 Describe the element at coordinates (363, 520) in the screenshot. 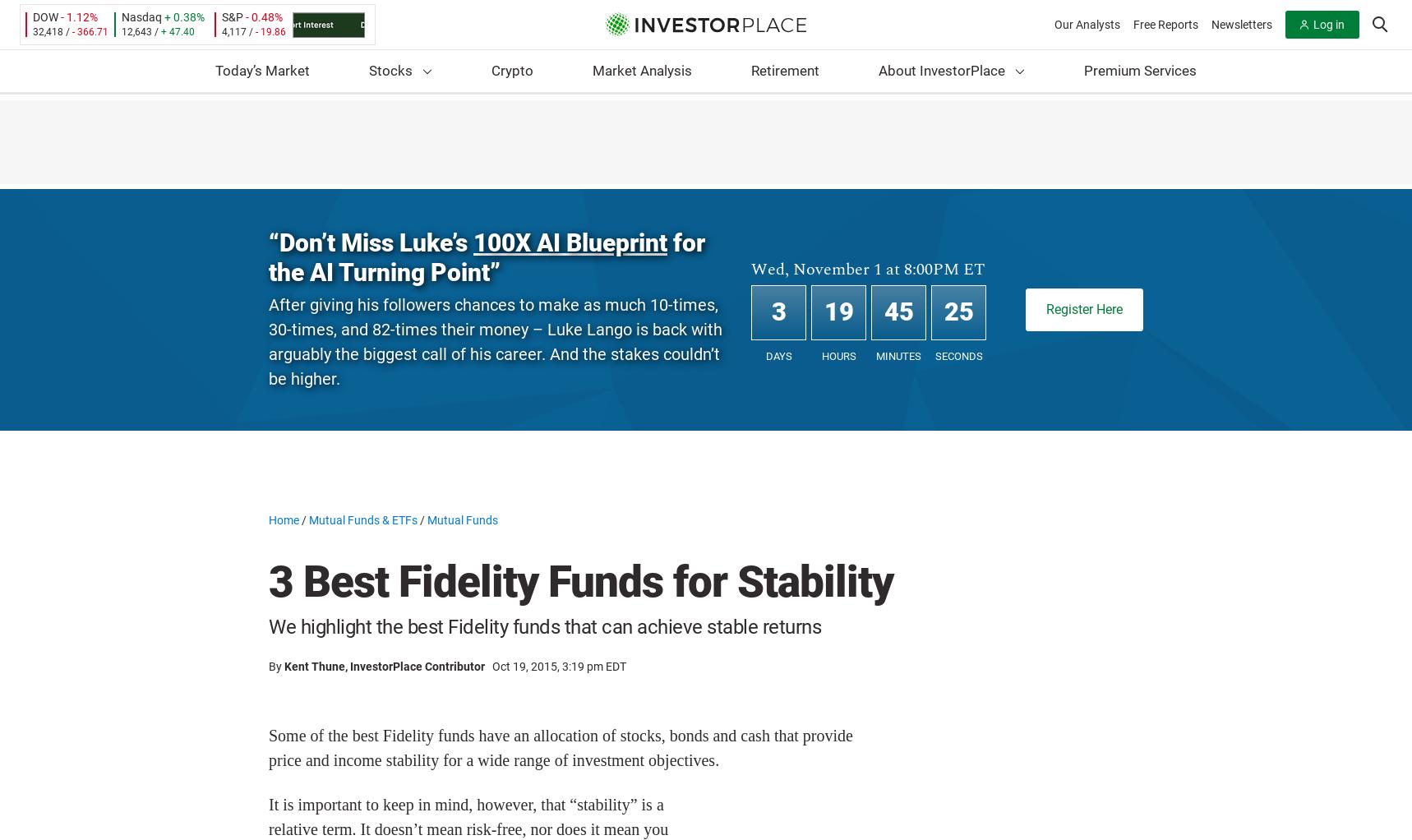

I see `'Mutual Funds & ETFs'` at that location.